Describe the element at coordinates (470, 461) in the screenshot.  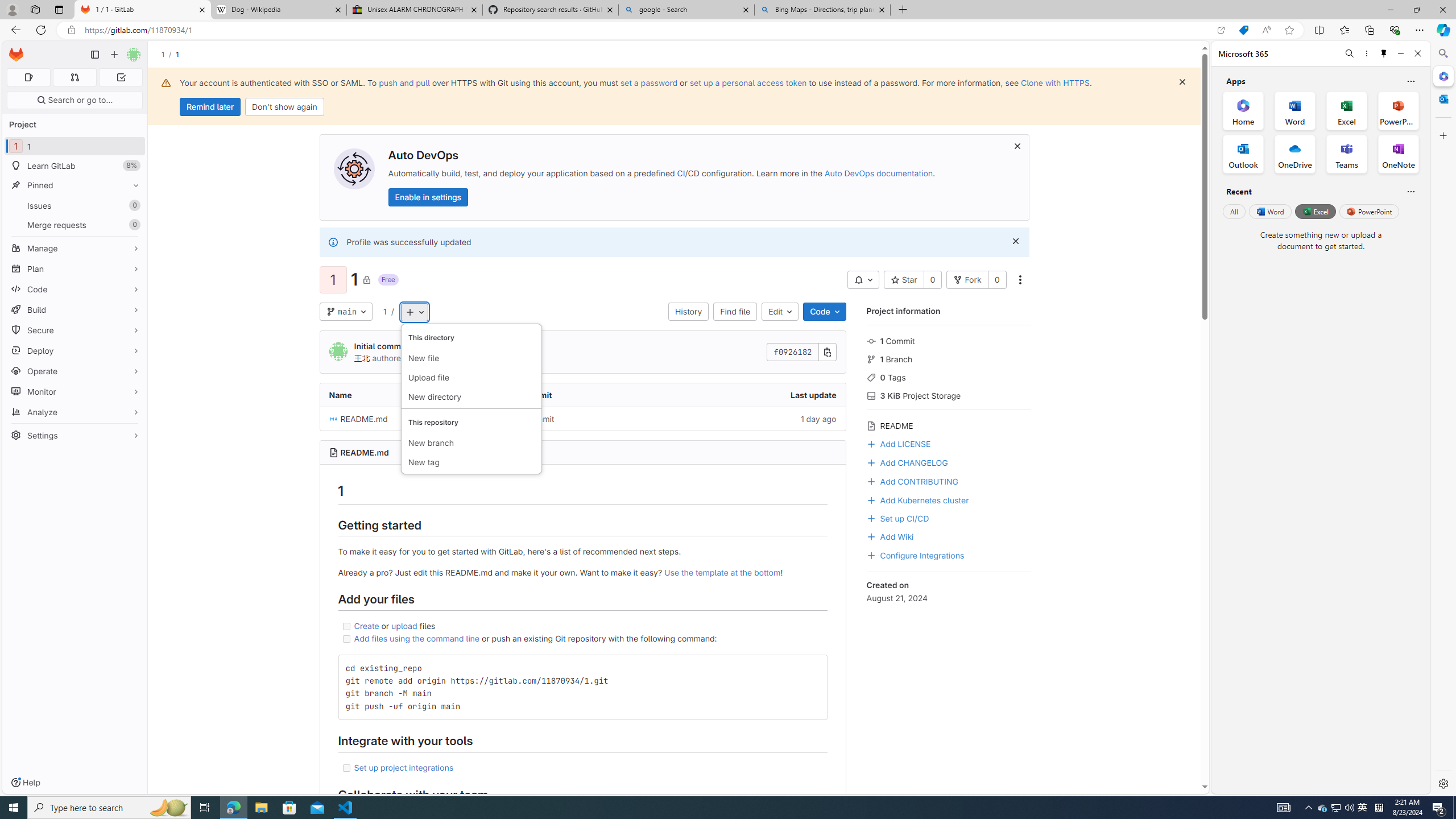
I see `'New tag'` at that location.